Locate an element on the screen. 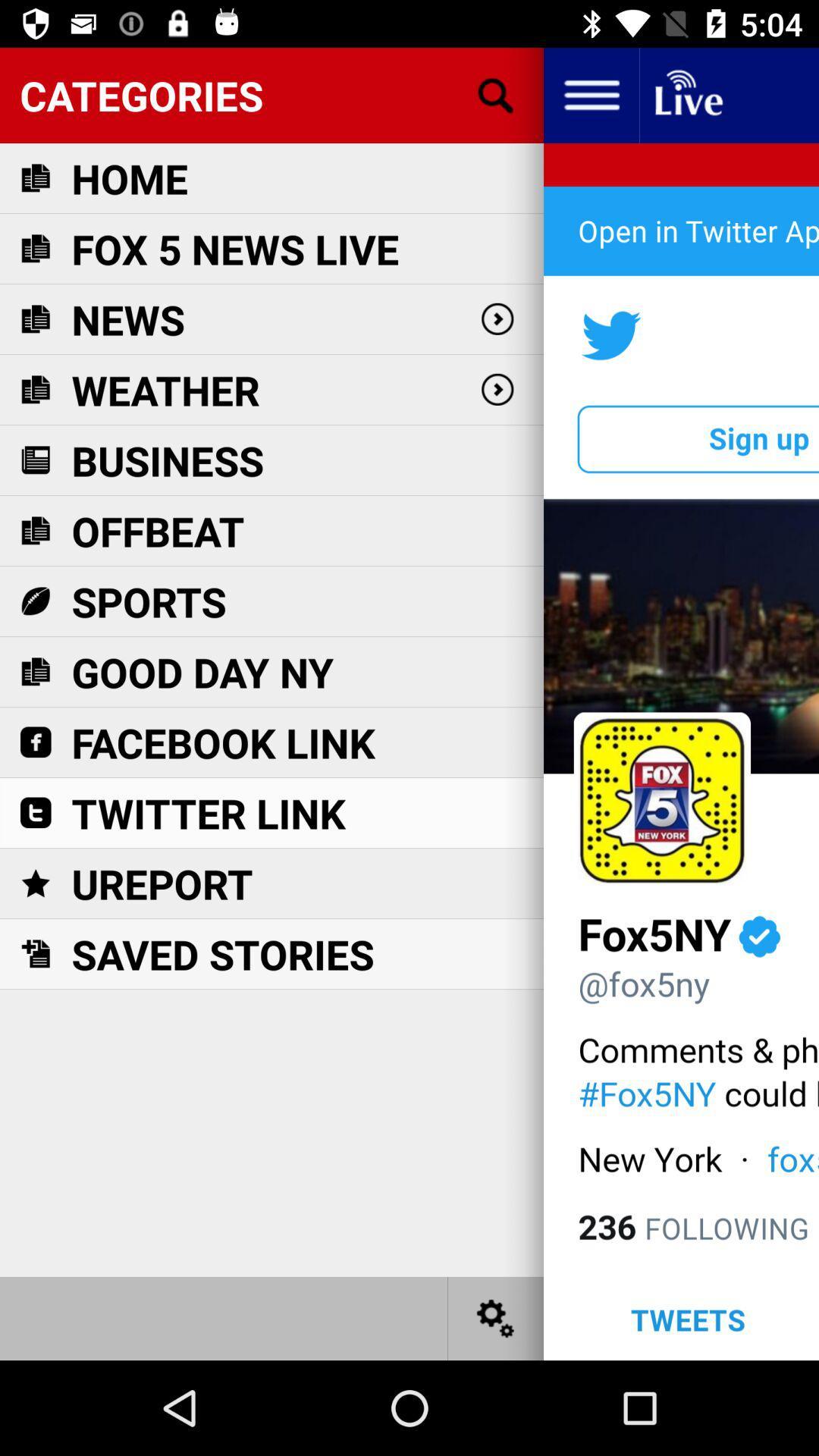 The height and width of the screenshot is (1456, 819). the menu icon is located at coordinates (590, 94).